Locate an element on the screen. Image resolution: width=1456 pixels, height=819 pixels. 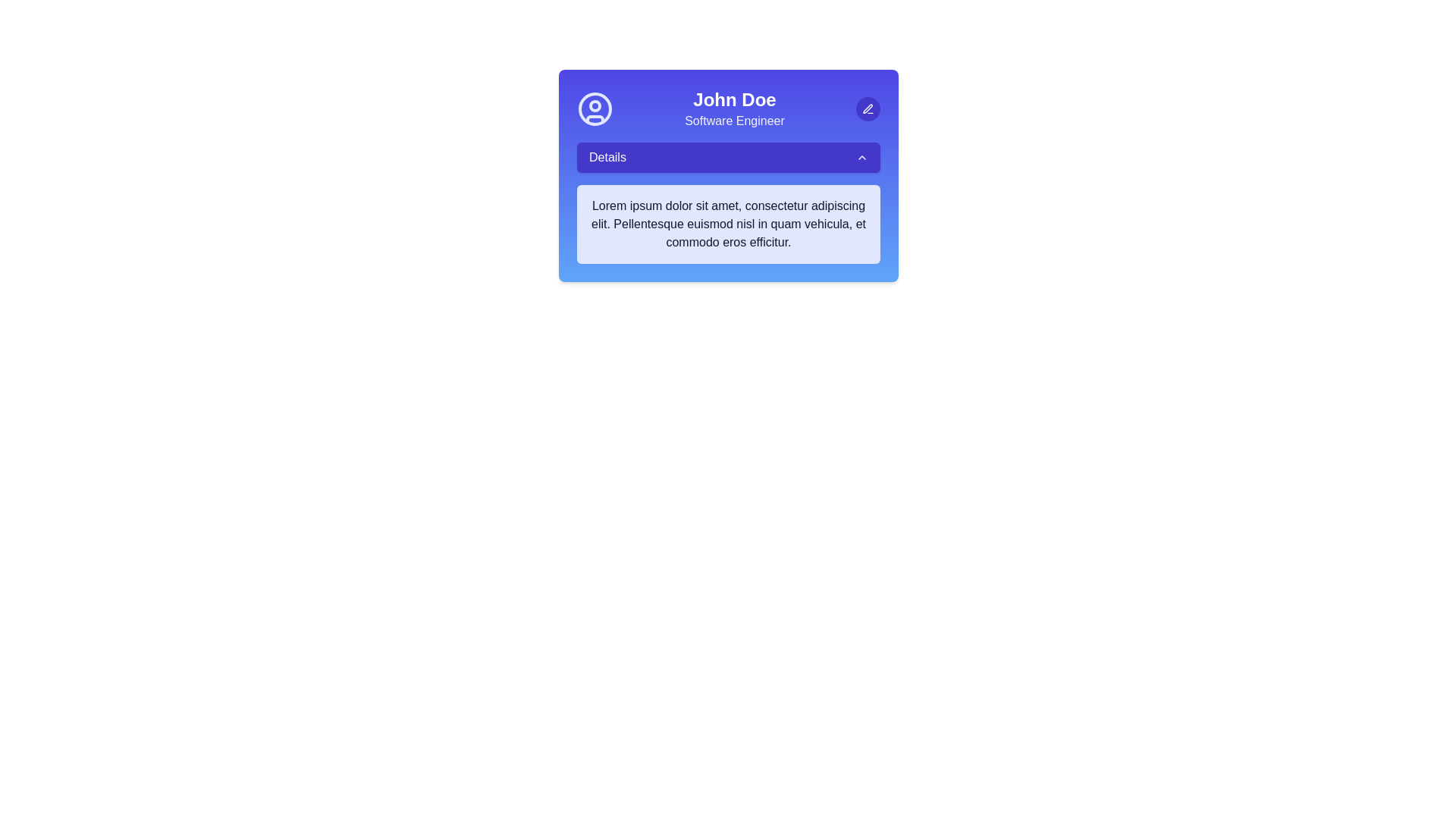
the text label indicating the professional designation of John Doe, which is located directly beneath his title within a centrally aligned card layout is located at coordinates (735, 120).